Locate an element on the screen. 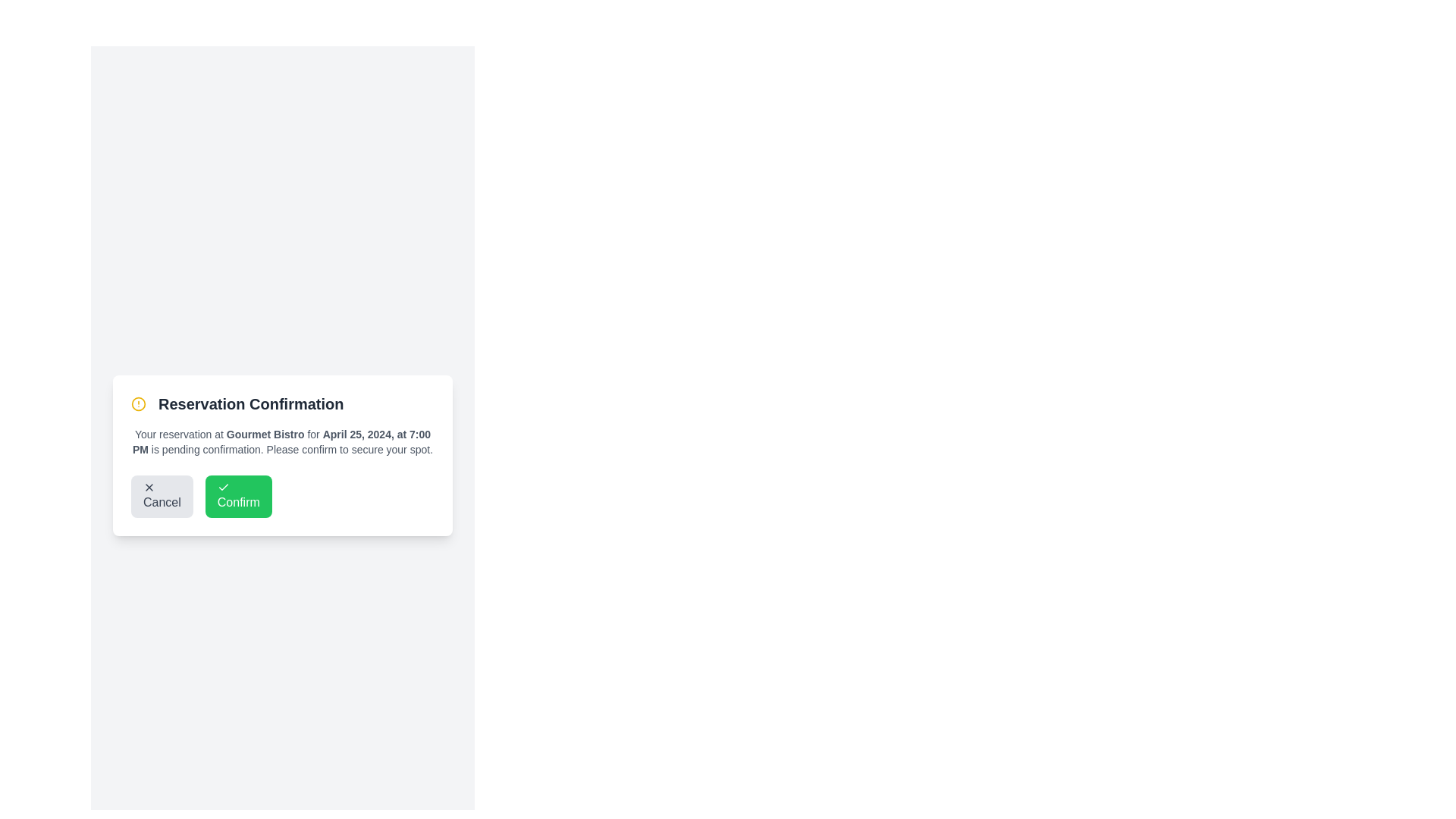  the 'Cancel' button with rounded corners, which has a light gray background and dark gray text is located at coordinates (162, 497).